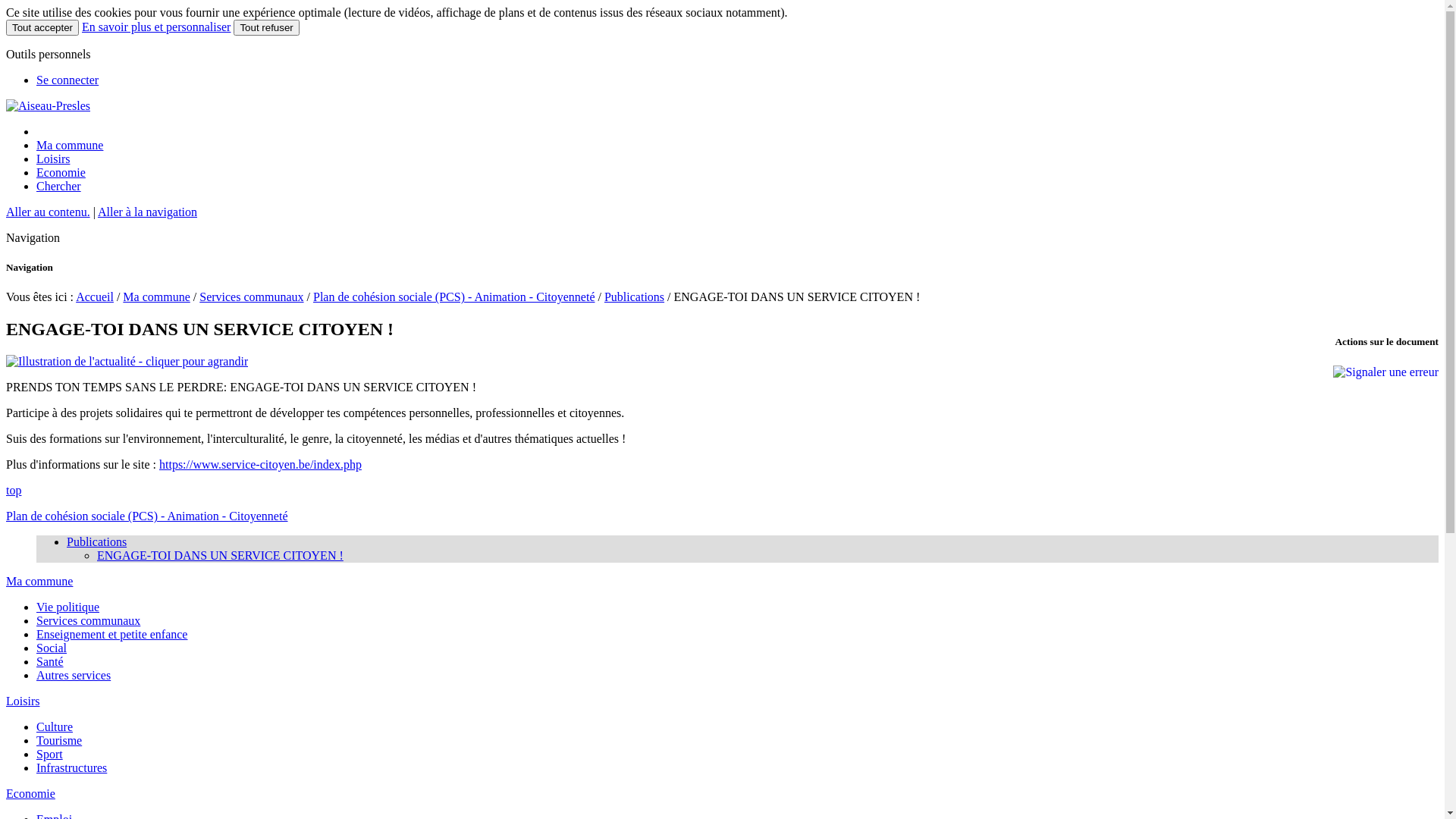 Image resolution: width=1456 pixels, height=819 pixels. Describe the element at coordinates (36, 767) in the screenshot. I see `'Infrastructures'` at that location.